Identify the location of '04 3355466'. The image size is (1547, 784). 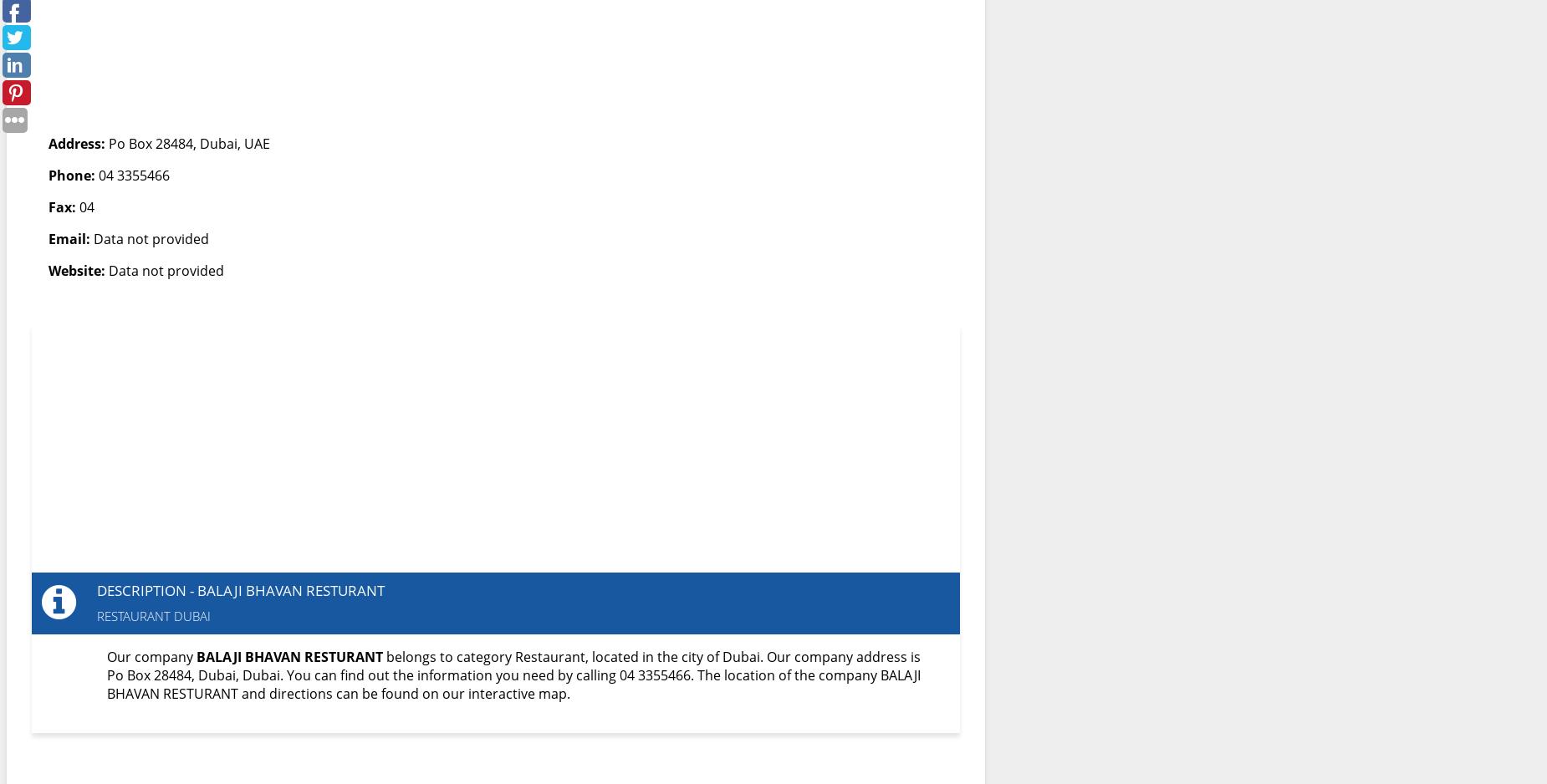
(131, 176).